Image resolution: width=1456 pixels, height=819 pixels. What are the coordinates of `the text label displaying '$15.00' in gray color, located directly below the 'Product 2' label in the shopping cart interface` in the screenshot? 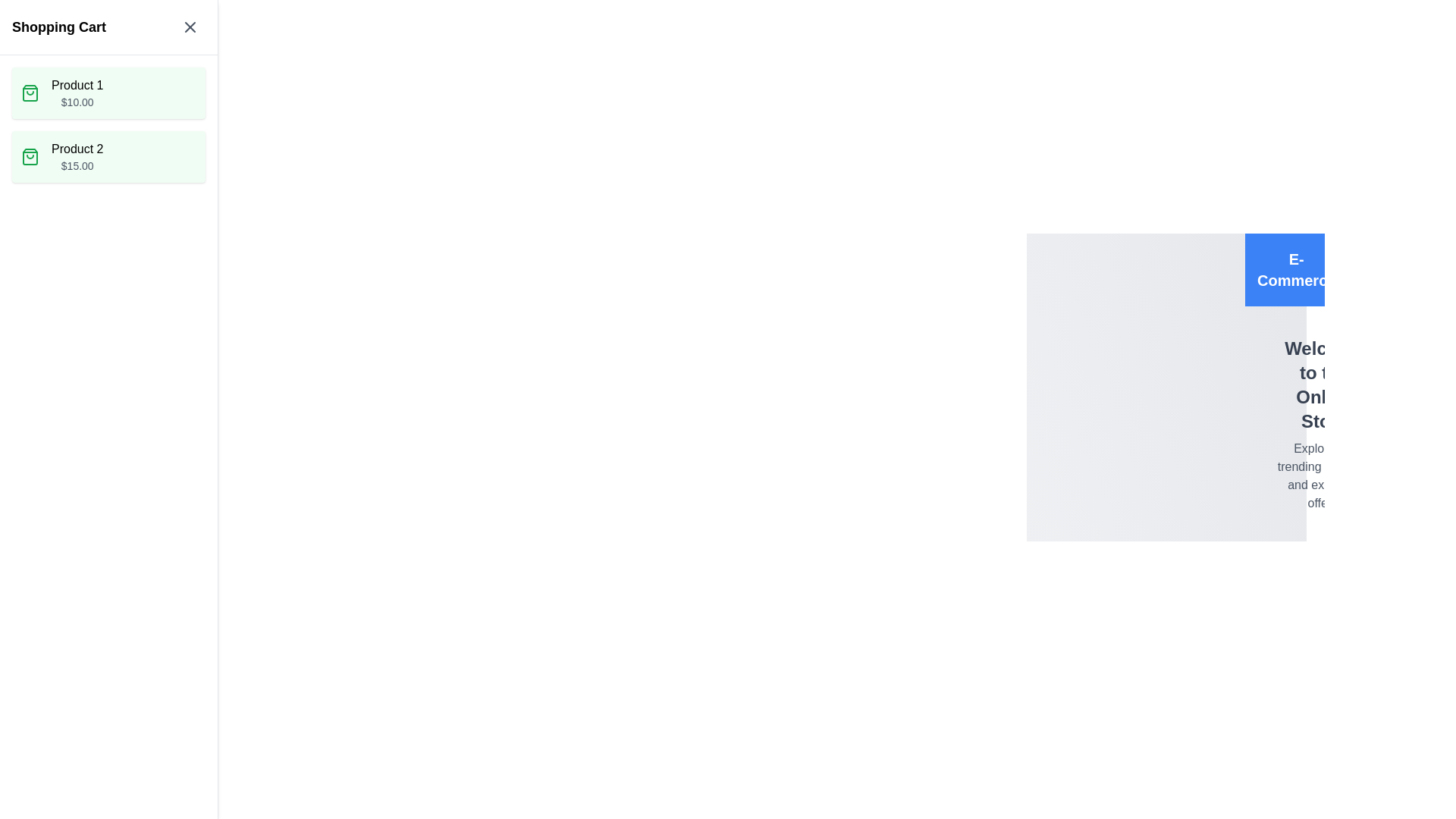 It's located at (77, 166).